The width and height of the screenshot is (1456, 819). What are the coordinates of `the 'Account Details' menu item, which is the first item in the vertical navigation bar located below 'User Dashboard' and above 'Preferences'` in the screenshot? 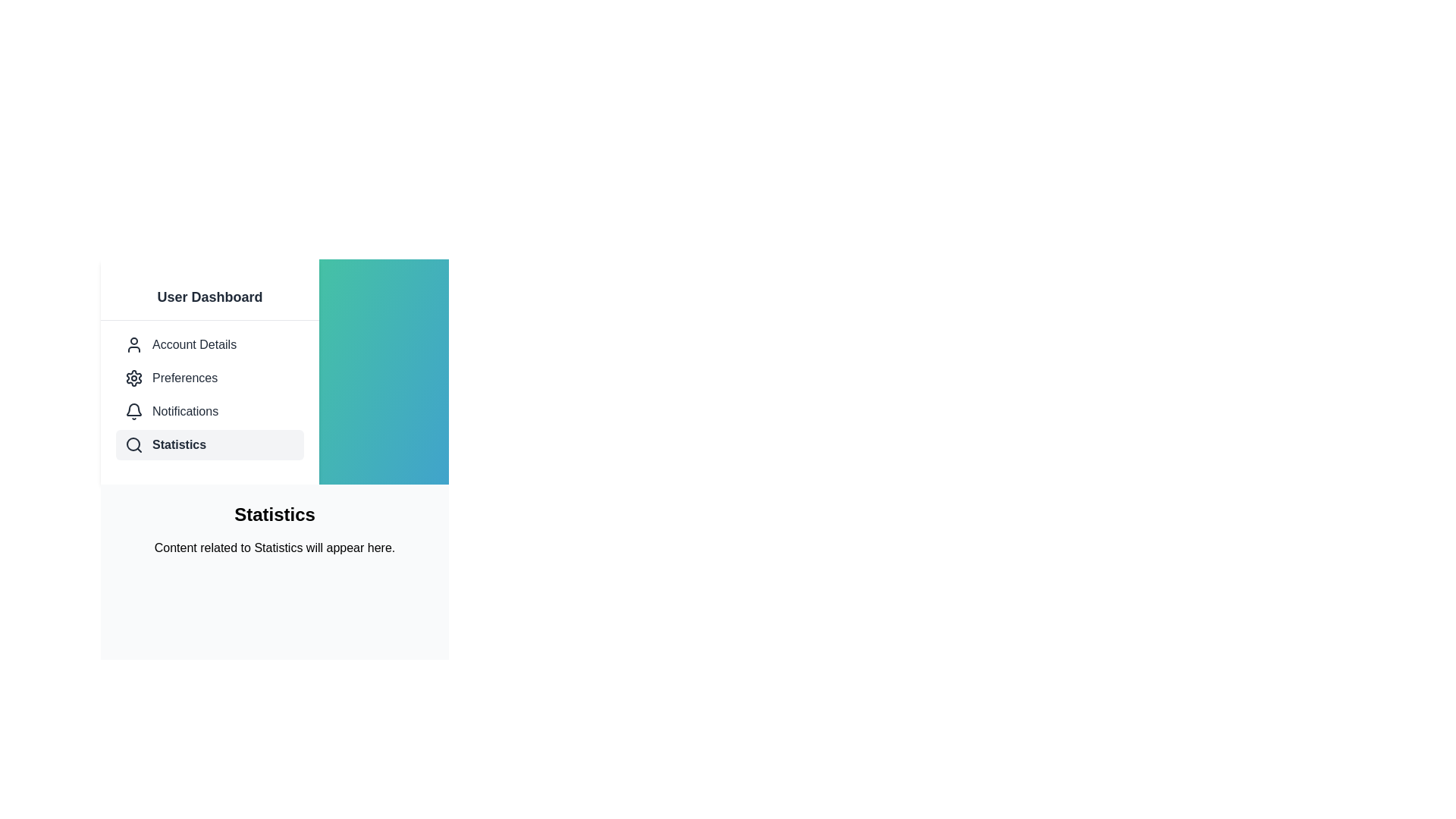 It's located at (209, 345).